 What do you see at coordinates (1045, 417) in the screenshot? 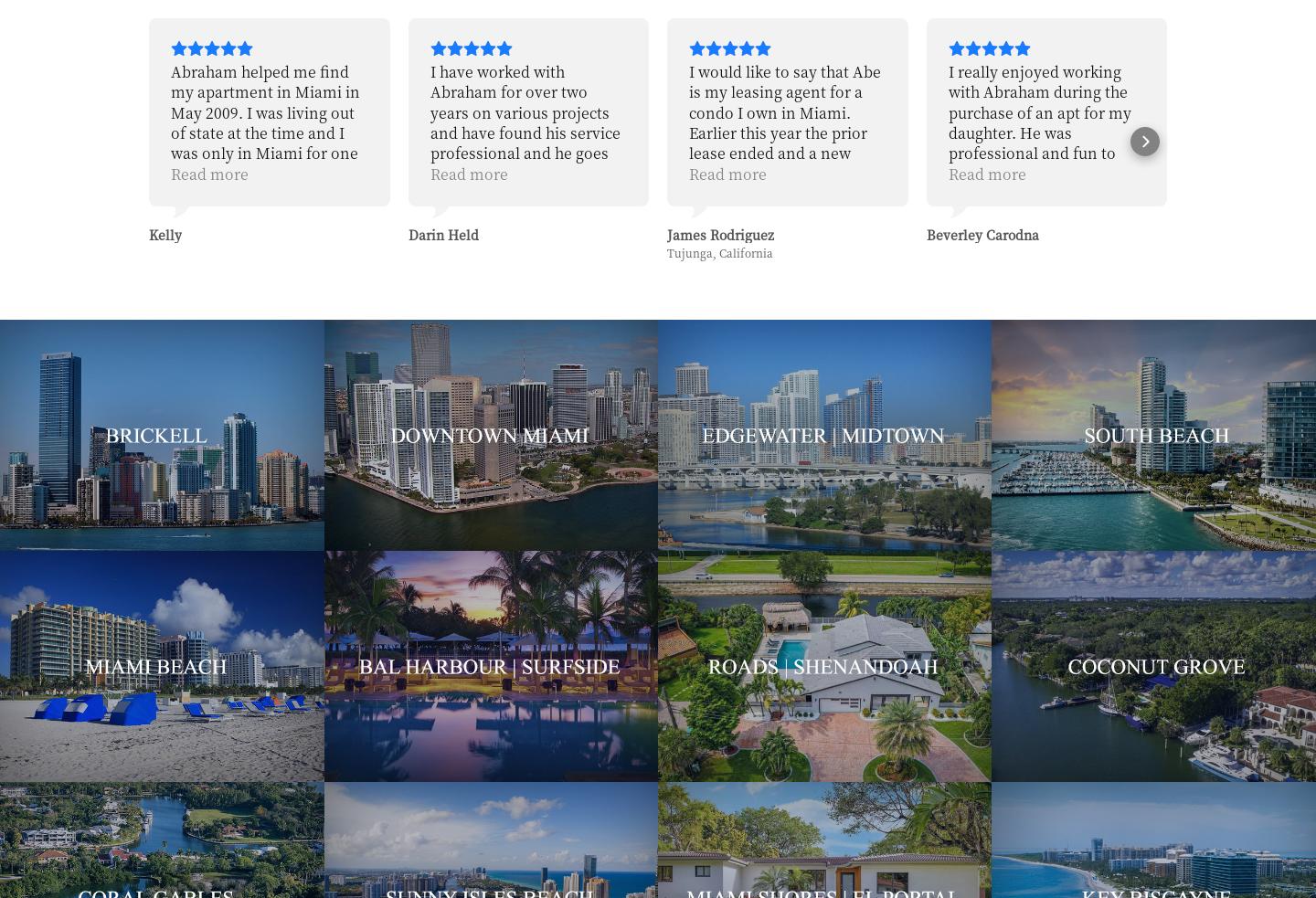
I see `'Abe is simply the best condo broker I've ever worked with. Not only does he know his business very well and make himself available to you at all times, but he also tells it to you straight so you can make the most informed decisions in a timely manner. It's clear that Abe is in this business for the right reasons, which is to make his clients happy by finding them the right place at the right price. We can't thank you enough for helping us find the perfect place for our new family! Your efficiency and professionalism is refreshing and greatly appreciated. You made it so simple from start to finish. We could not have pulled it off so quickly and painlessly without you. It's hard to believe you secured the deal in one afternoon! We will ALWAYS refer our friends and family to you for their real estate needs. We know, for a fact, they would be in the best hands in all of South Florida!'` at bounding box center [1045, 417].